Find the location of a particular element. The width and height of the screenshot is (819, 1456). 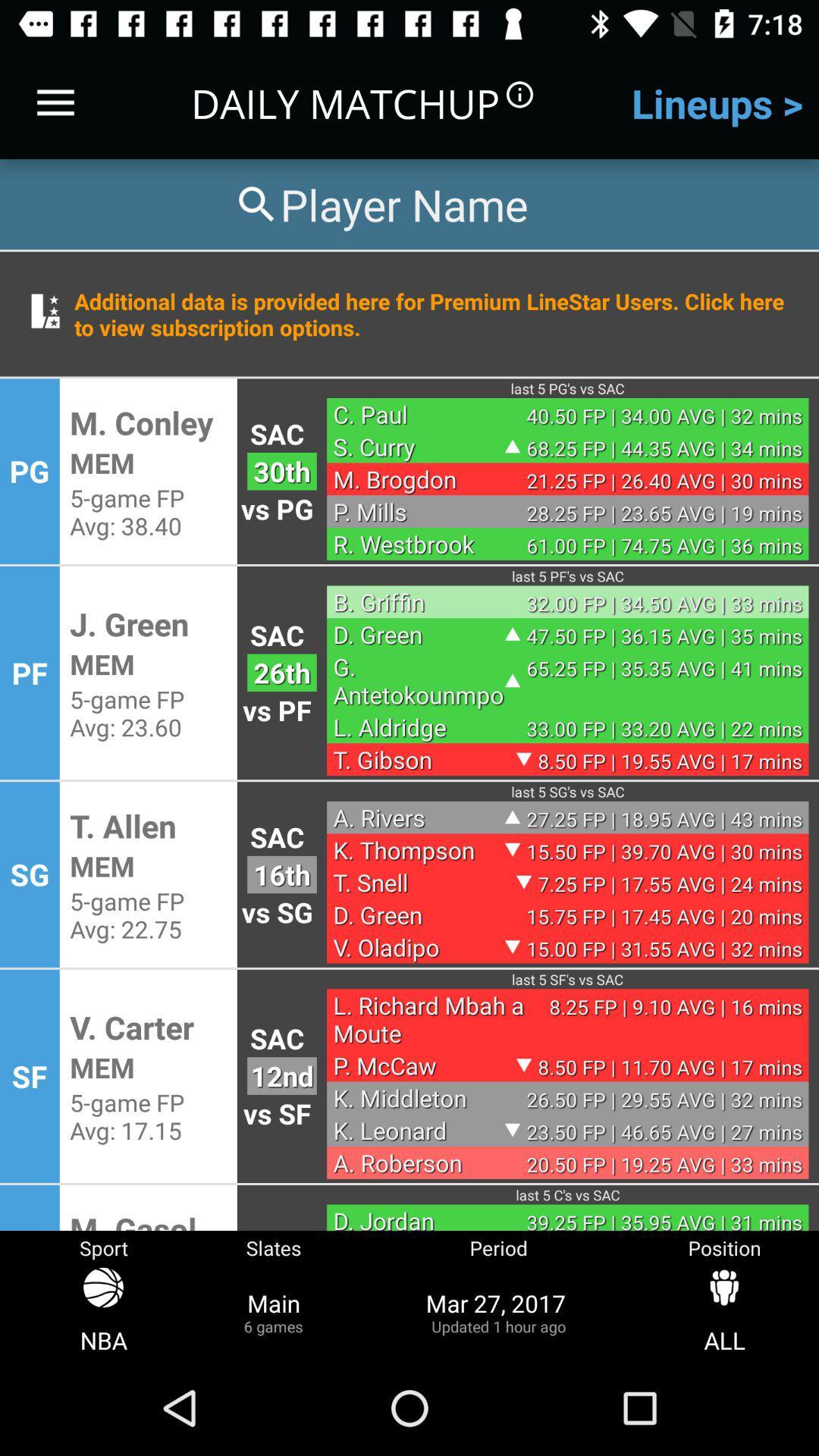

26th icon is located at coordinates (281, 672).